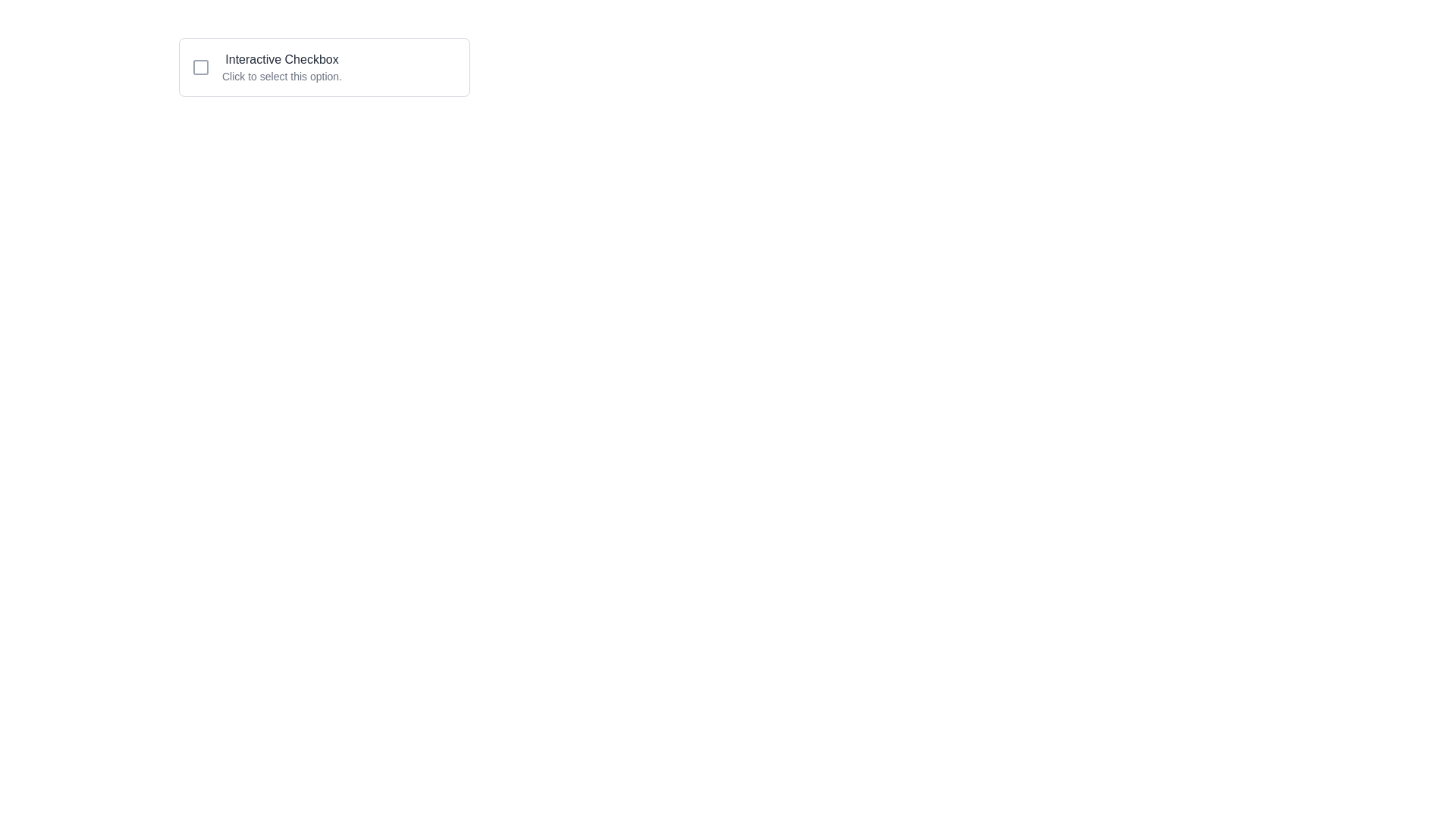 The image size is (1456, 819). What do you see at coordinates (199, 66) in the screenshot?
I see `the checkbox icon located to the left of the text 'Interactive Checkbox'` at bounding box center [199, 66].